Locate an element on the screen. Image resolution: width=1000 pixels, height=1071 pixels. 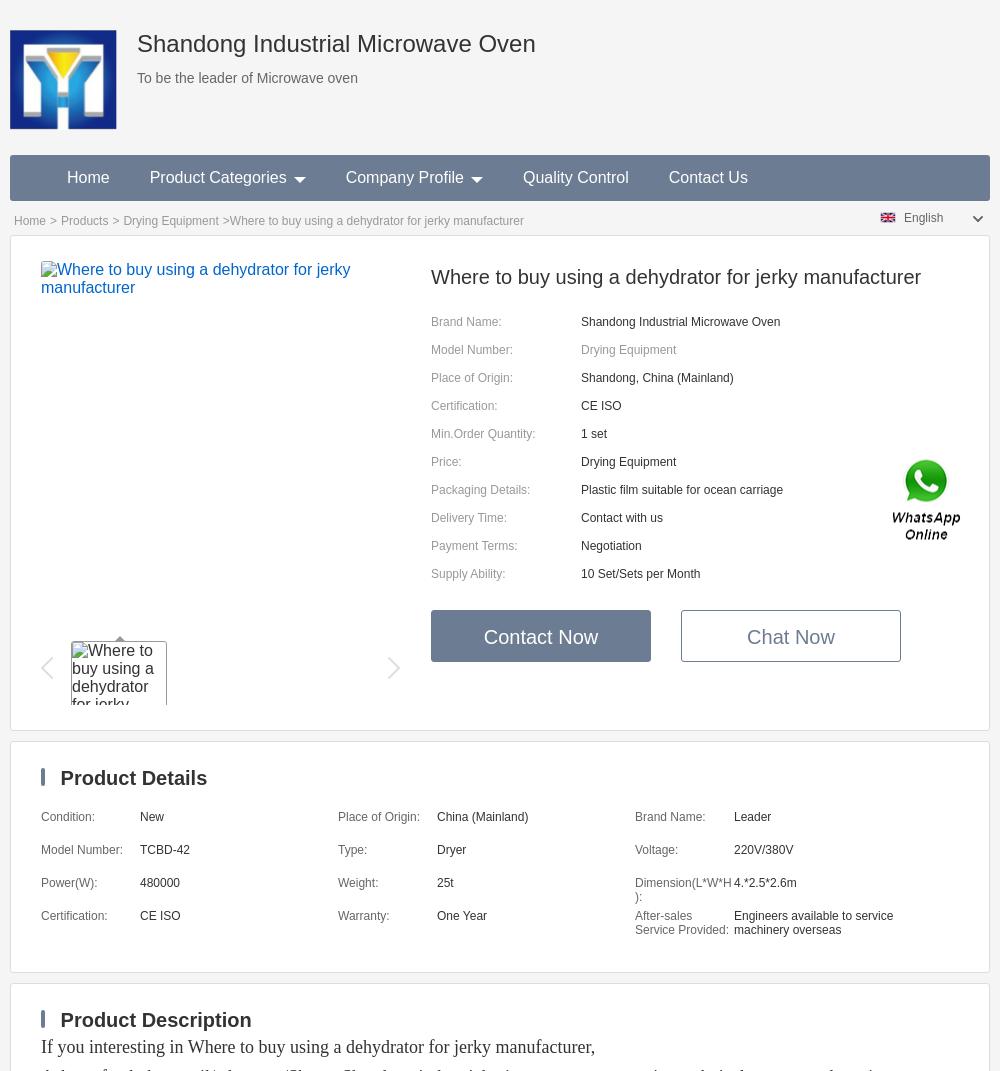
'Voltage:' is located at coordinates (656, 850).